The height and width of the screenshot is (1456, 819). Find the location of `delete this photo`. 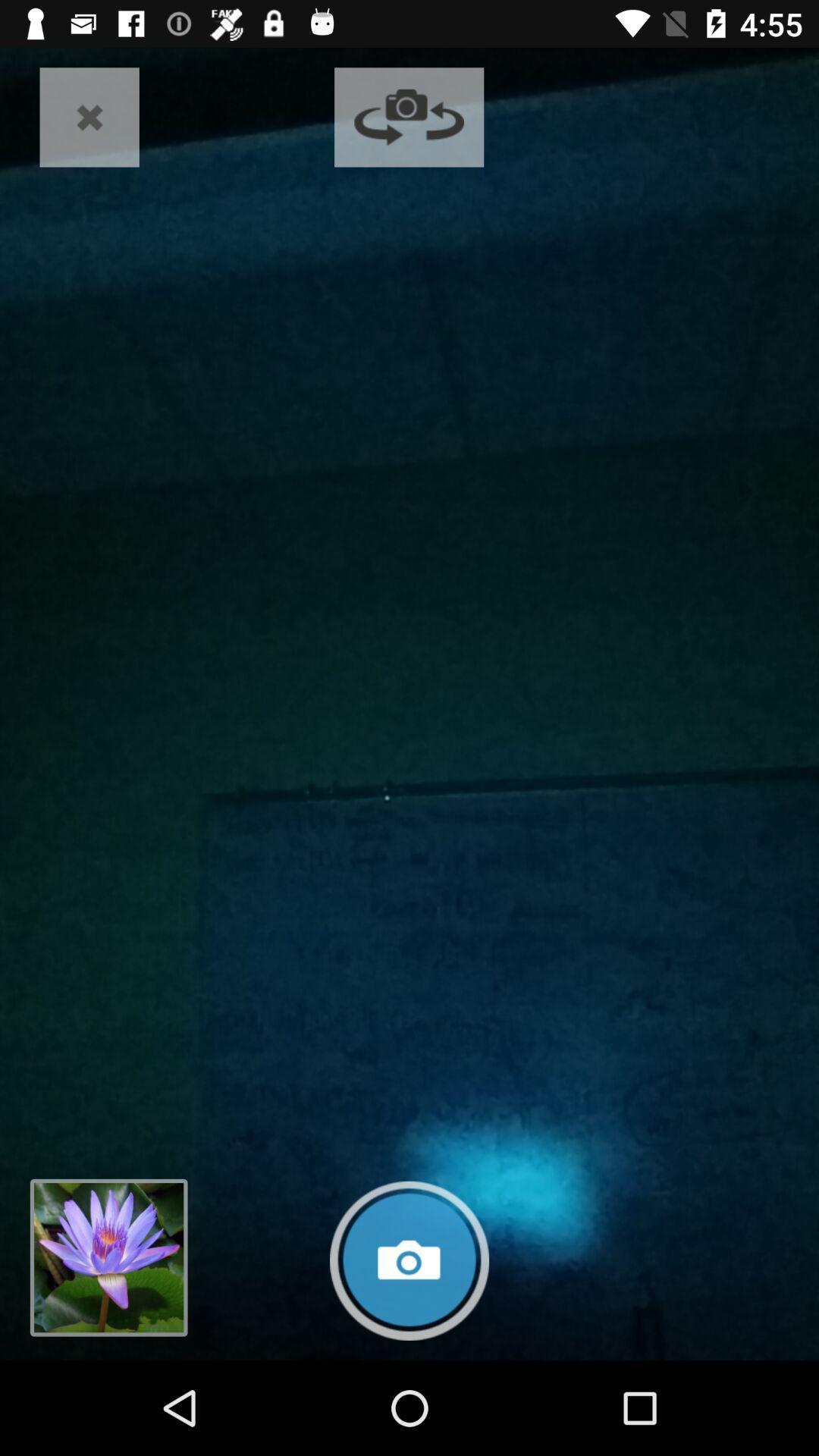

delete this photo is located at coordinates (89, 116).